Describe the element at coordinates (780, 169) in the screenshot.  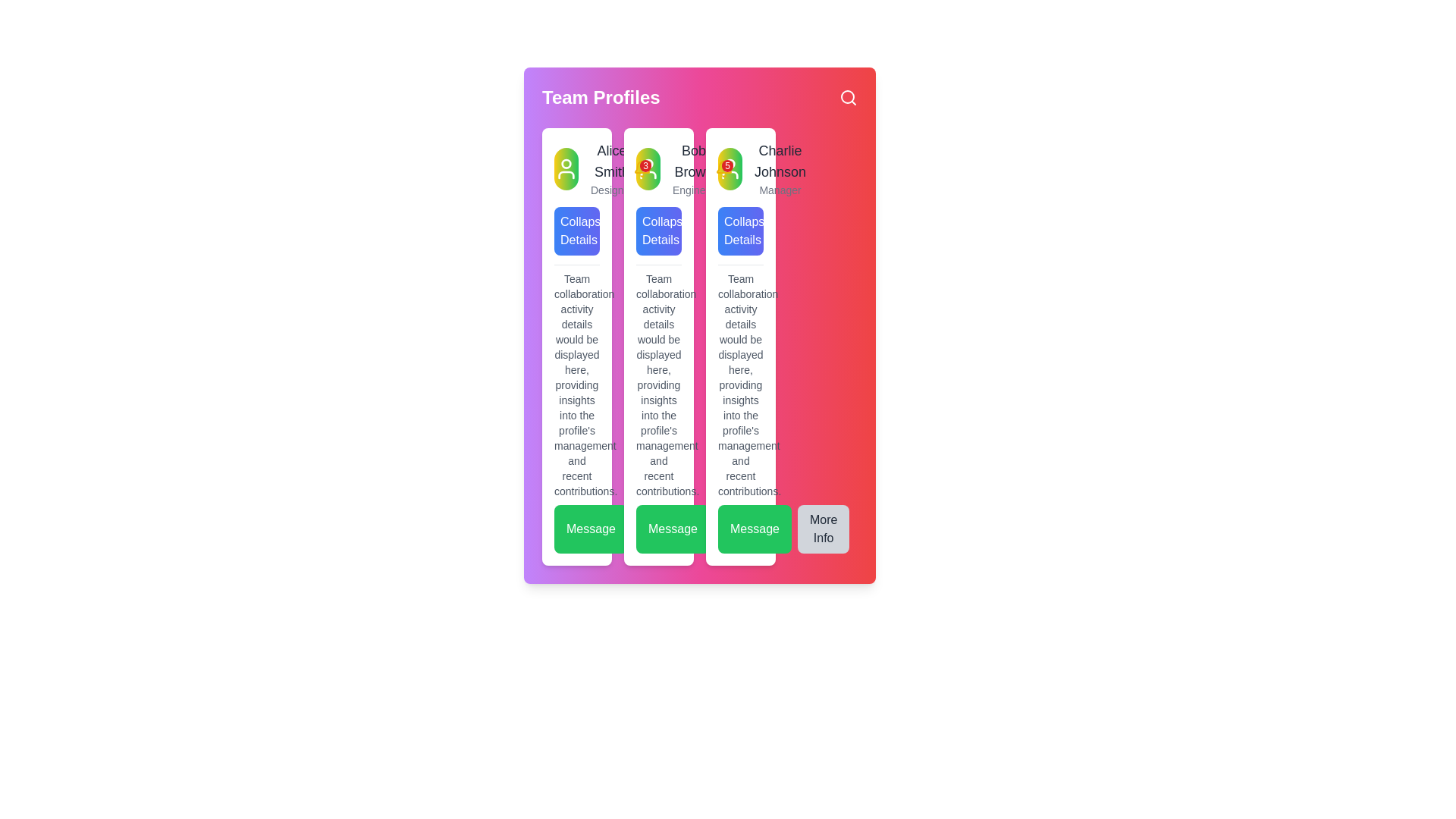
I see `the text display showing the name 'Charlie Johnson' and the title 'Manager' in the rightmost card of the 'Team Profiles' section` at that location.